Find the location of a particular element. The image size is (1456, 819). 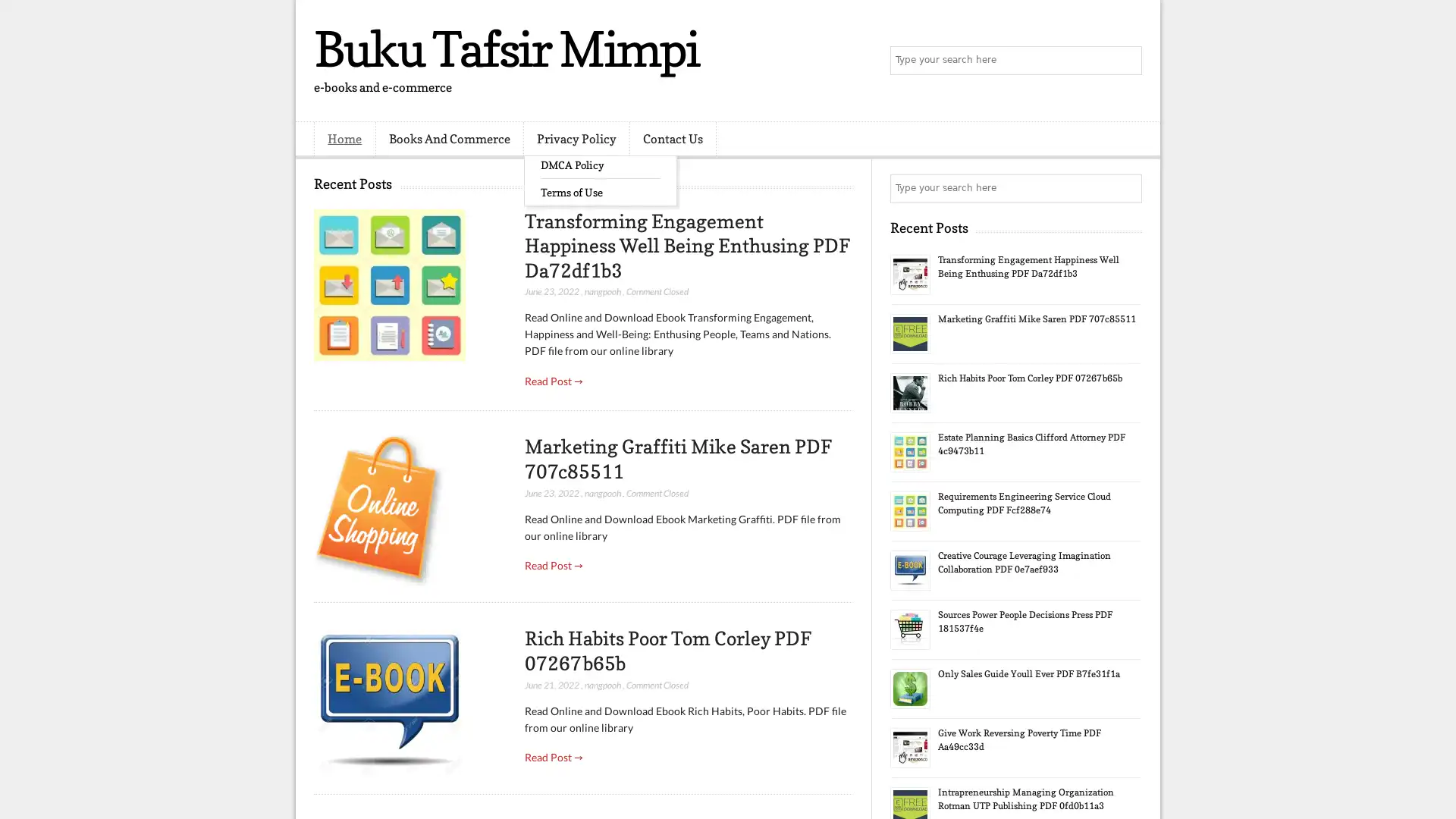

Search is located at coordinates (1126, 188).